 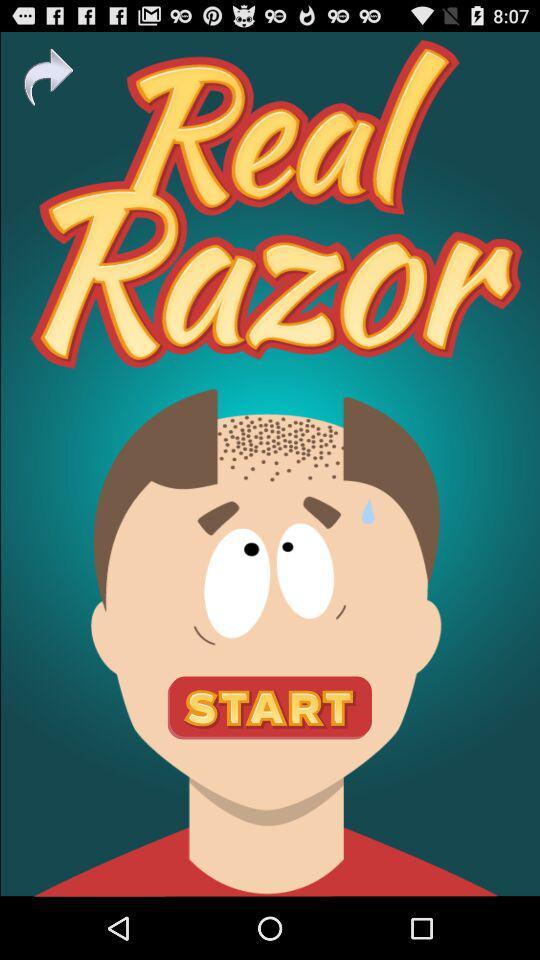 I want to click on item at the bottom, so click(x=269, y=708).